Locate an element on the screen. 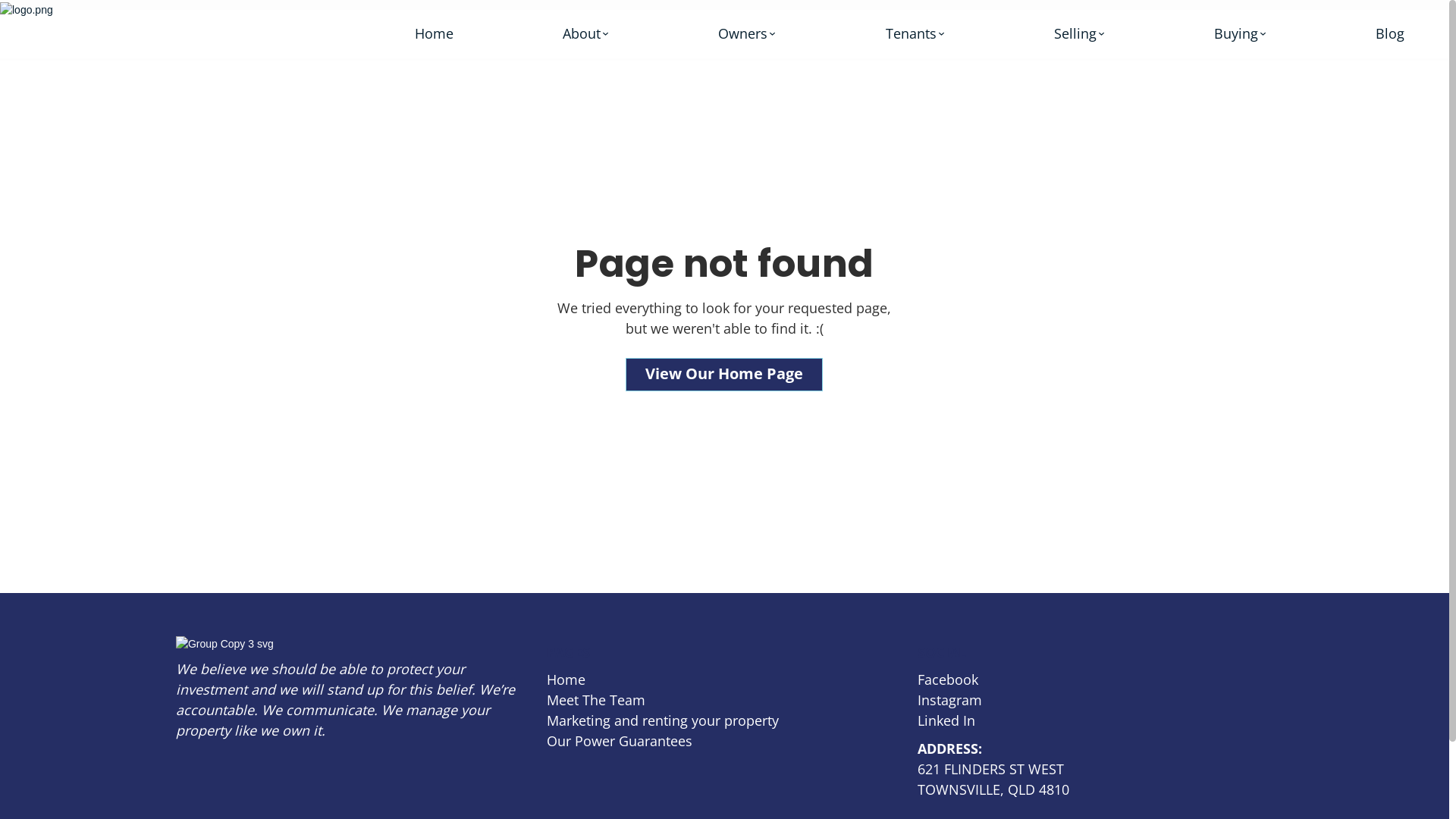  'Marketing and renting your property' is located at coordinates (662, 720).